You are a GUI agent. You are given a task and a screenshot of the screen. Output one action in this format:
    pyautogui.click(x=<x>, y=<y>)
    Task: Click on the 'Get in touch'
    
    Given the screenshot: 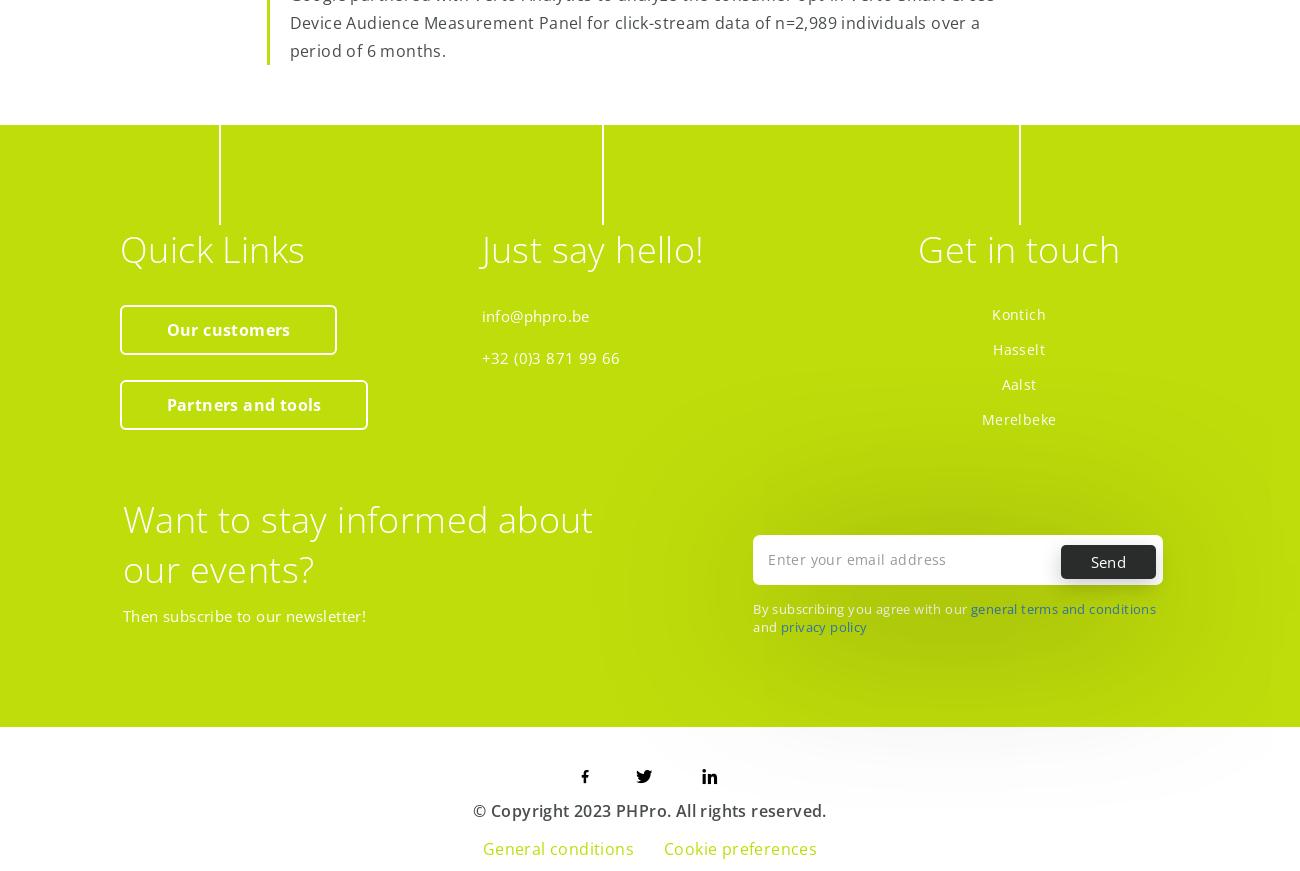 What is the action you would take?
    pyautogui.click(x=1017, y=248)
    